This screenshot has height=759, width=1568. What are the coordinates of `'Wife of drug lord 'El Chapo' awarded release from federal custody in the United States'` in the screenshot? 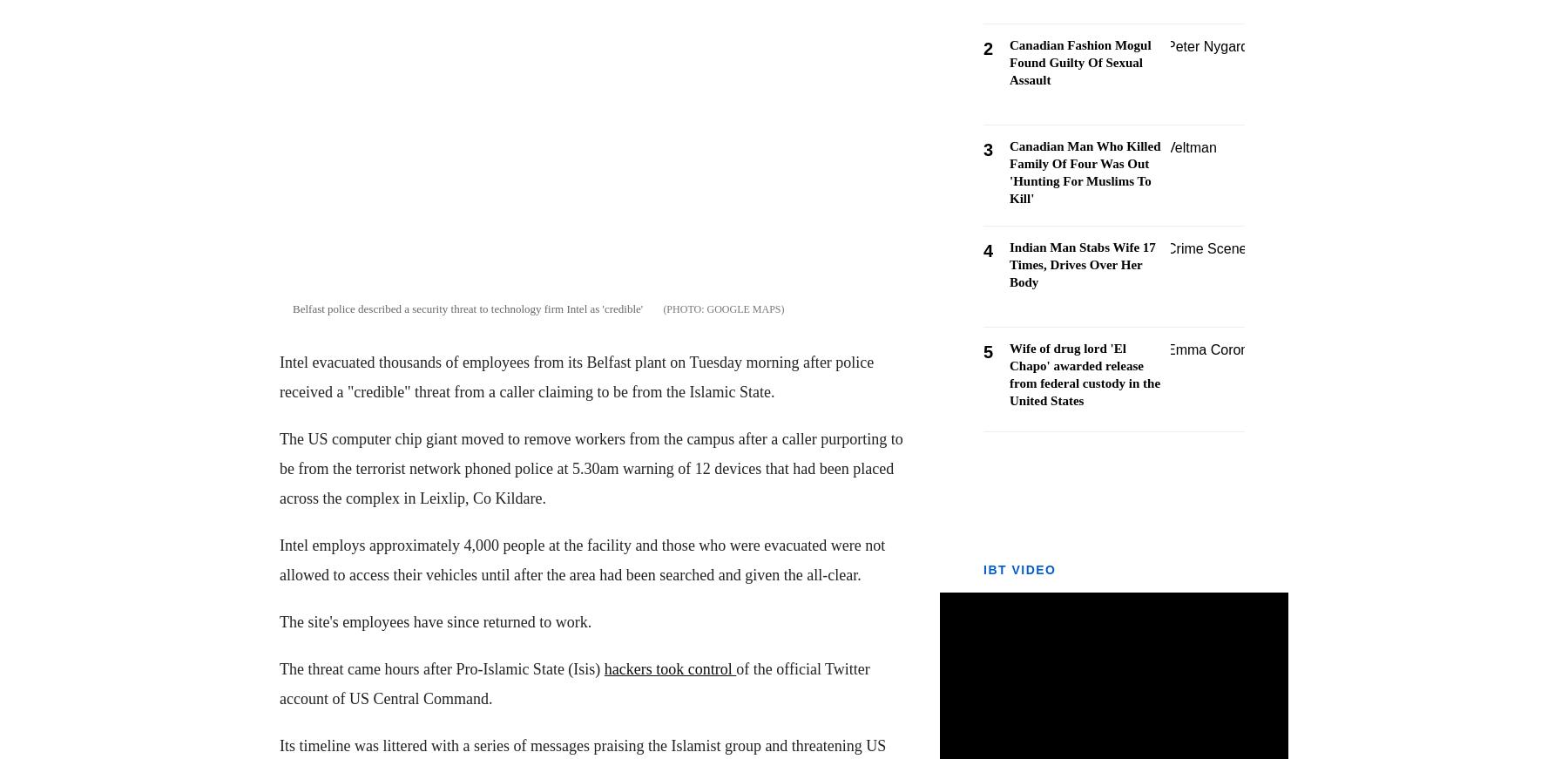 It's located at (1009, 374).